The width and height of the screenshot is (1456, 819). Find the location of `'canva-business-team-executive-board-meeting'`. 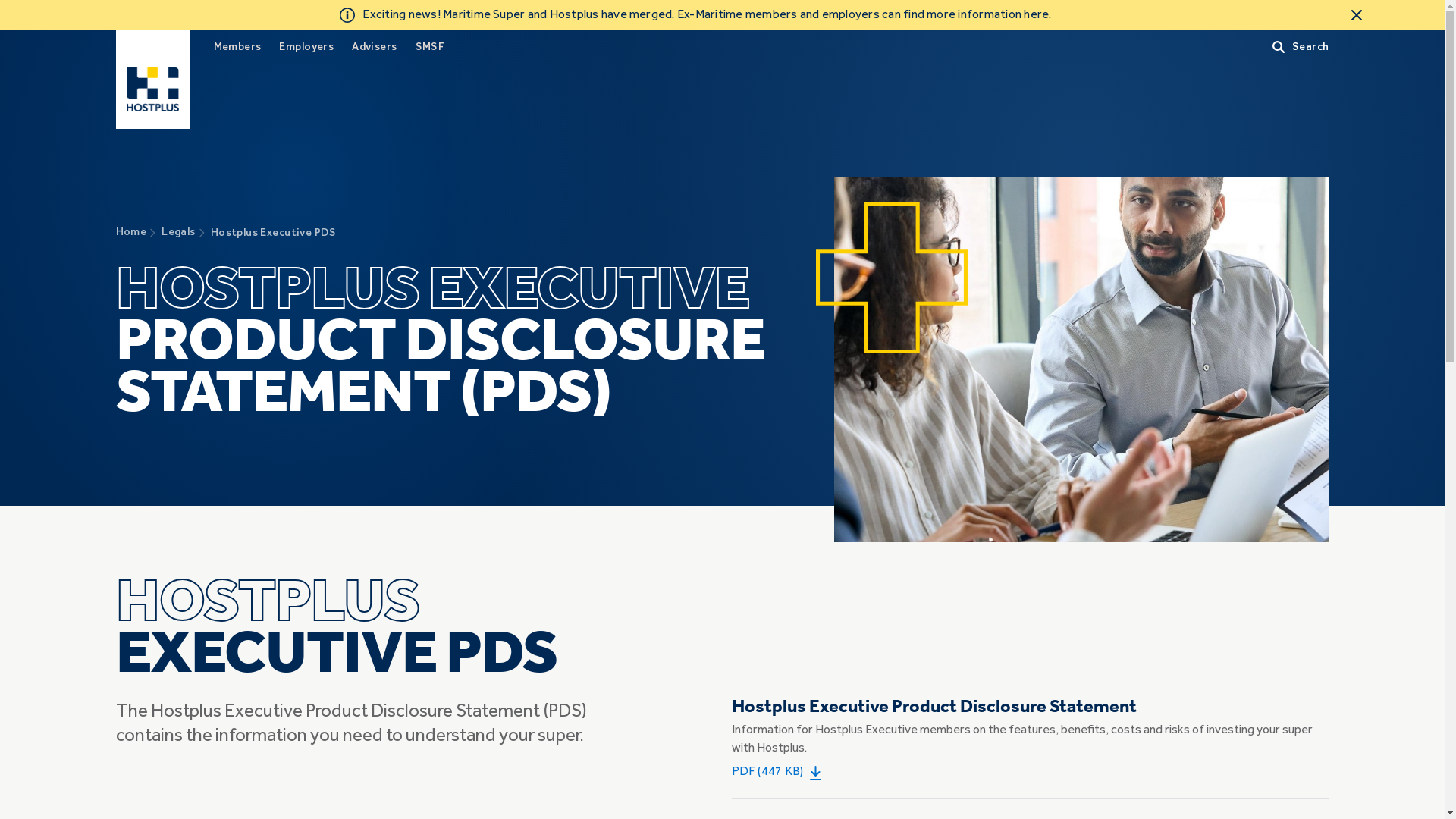

'canva-business-team-executive-board-meeting' is located at coordinates (1081, 359).